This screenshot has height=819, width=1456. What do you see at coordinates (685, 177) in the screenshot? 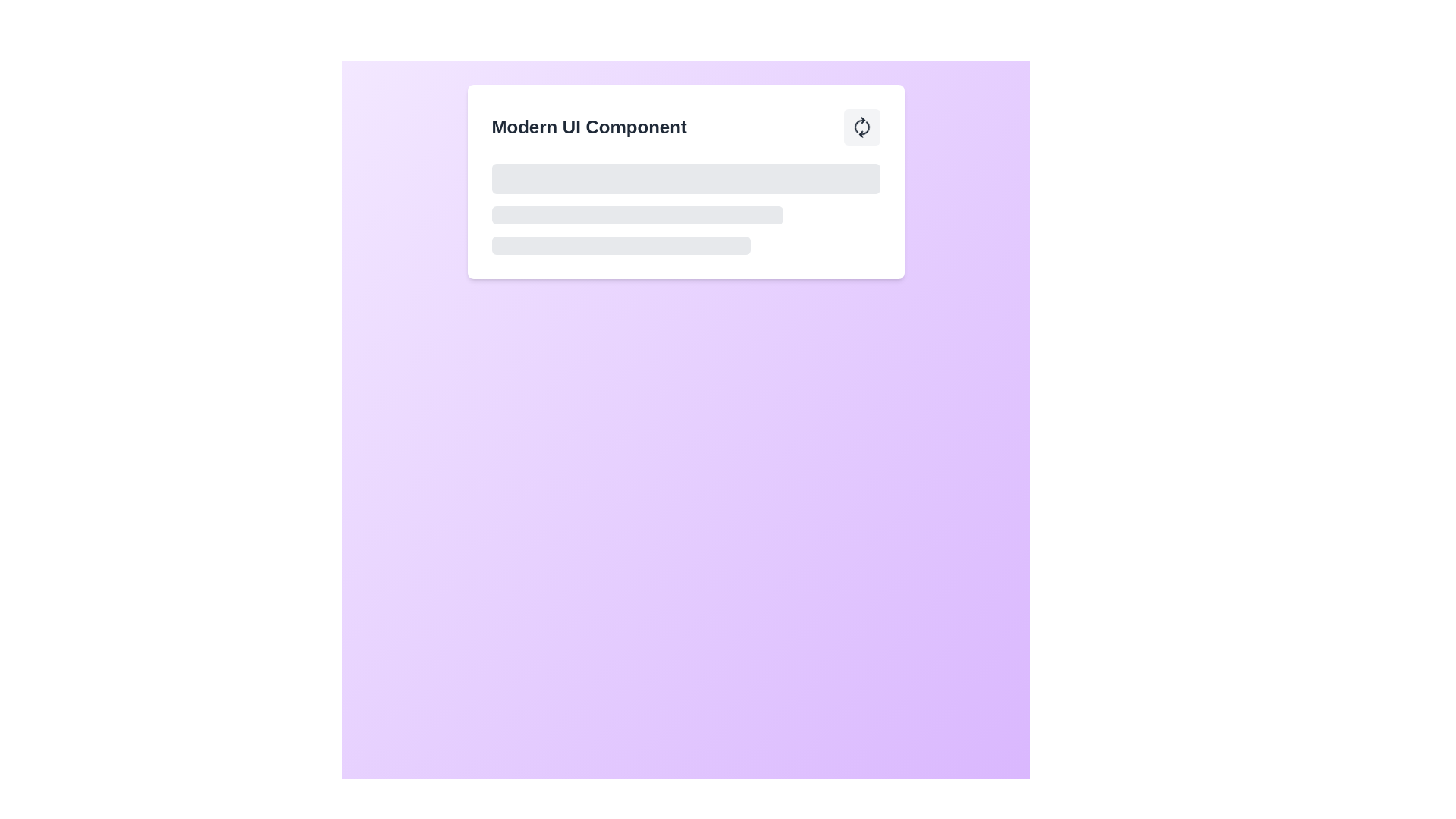
I see `the light gray rectangular placeholder located at the top of the vertically-stacked components, directly below the 'Modern UI Component' title` at bounding box center [685, 177].